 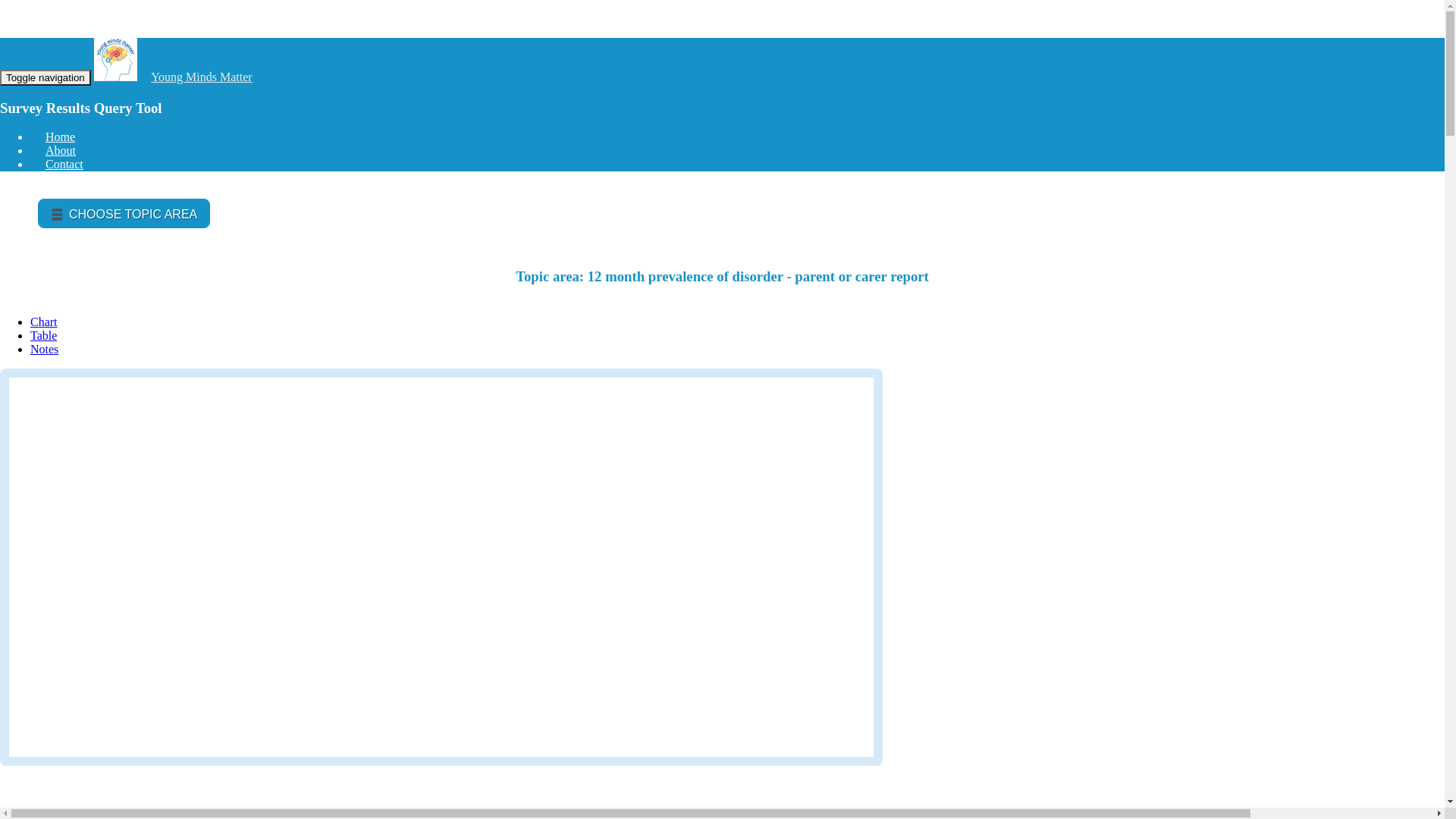 I want to click on 'Table', so click(x=43, y=334).